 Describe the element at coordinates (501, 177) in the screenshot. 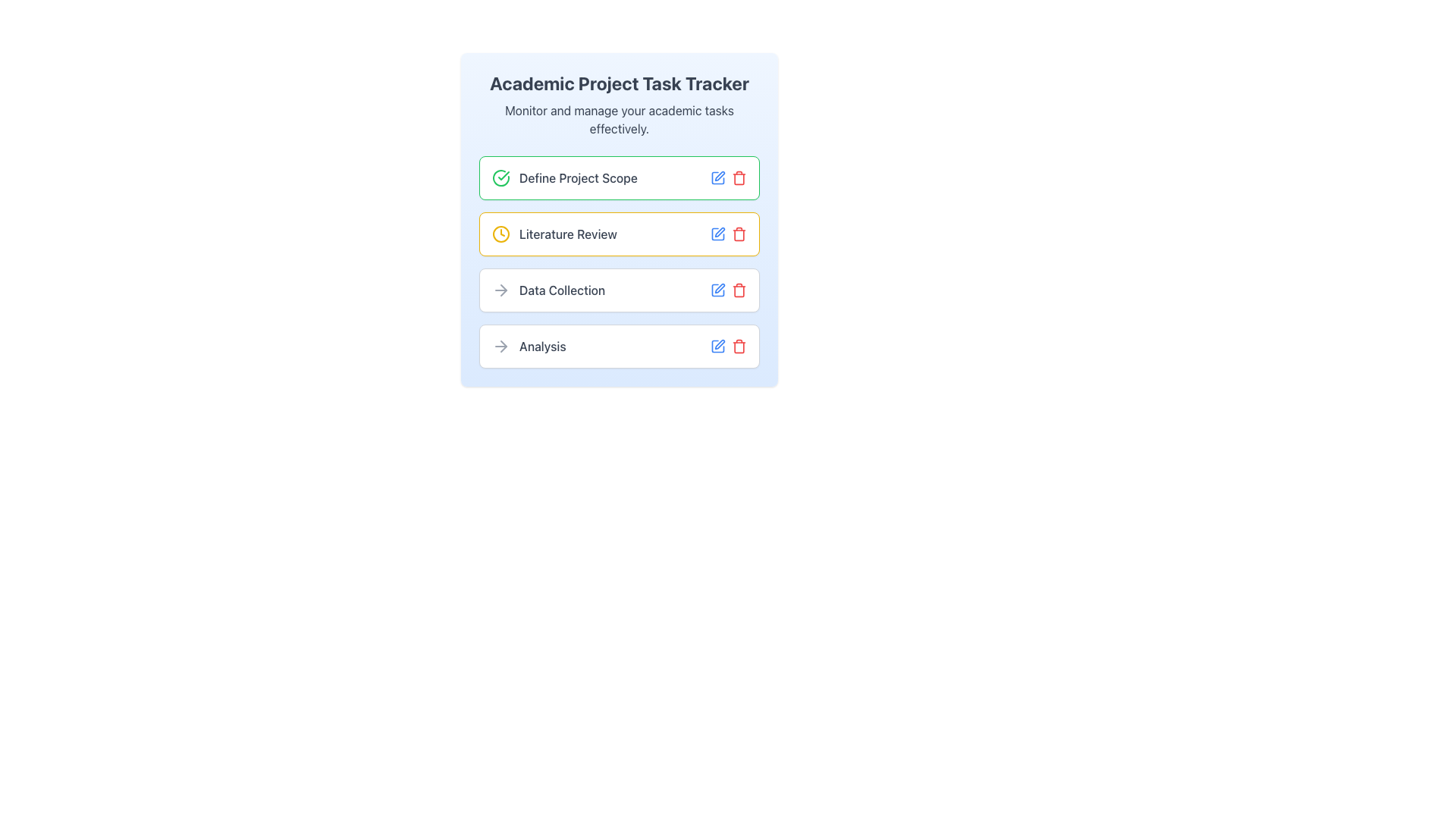

I see `the state conveyed by the green circle icon with a checkmark, located to the left of the text 'Define Project Scope'` at that location.